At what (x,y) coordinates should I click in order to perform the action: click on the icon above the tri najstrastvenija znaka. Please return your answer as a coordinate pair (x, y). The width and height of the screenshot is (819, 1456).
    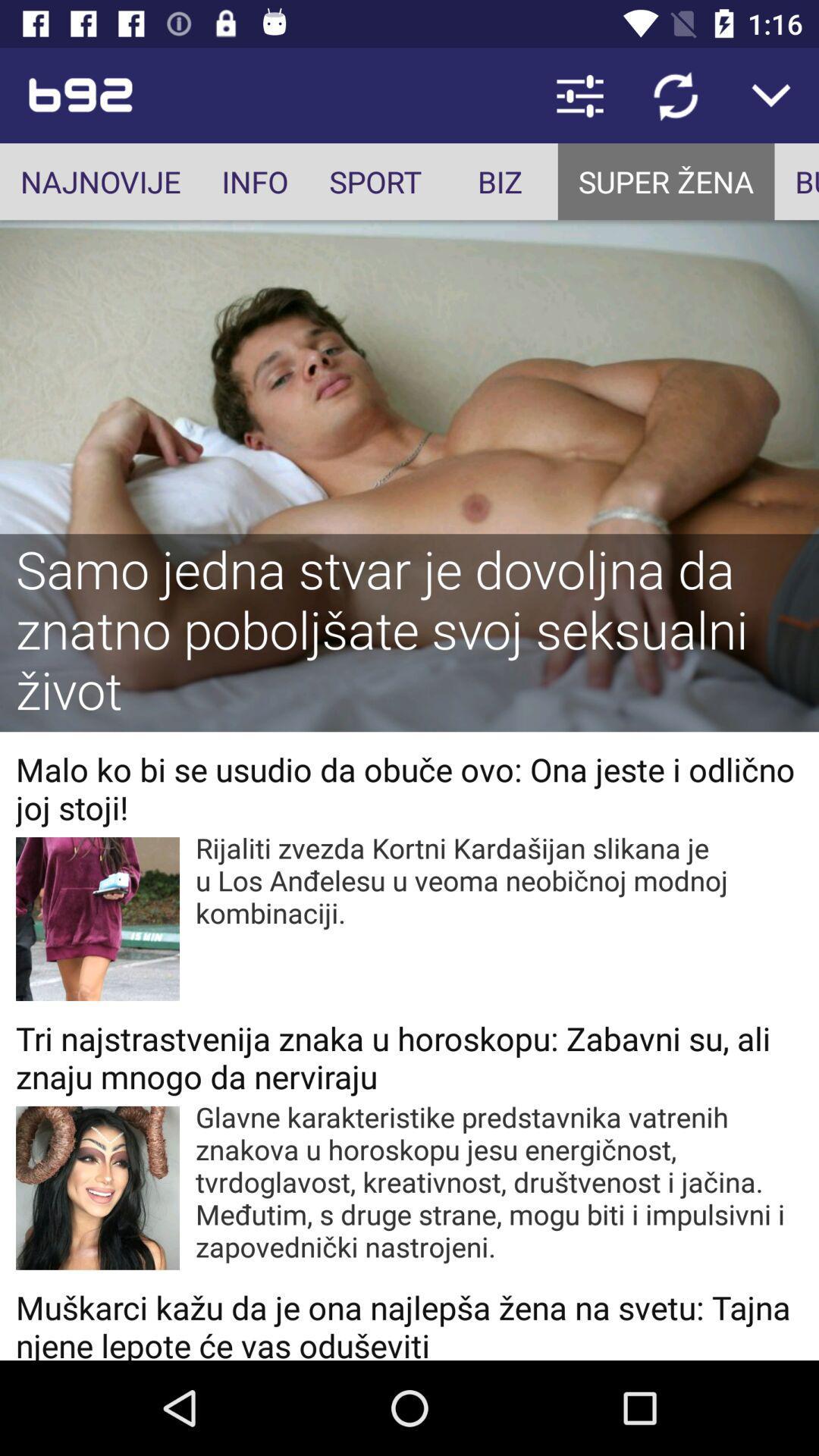
    Looking at the image, I should click on (499, 880).